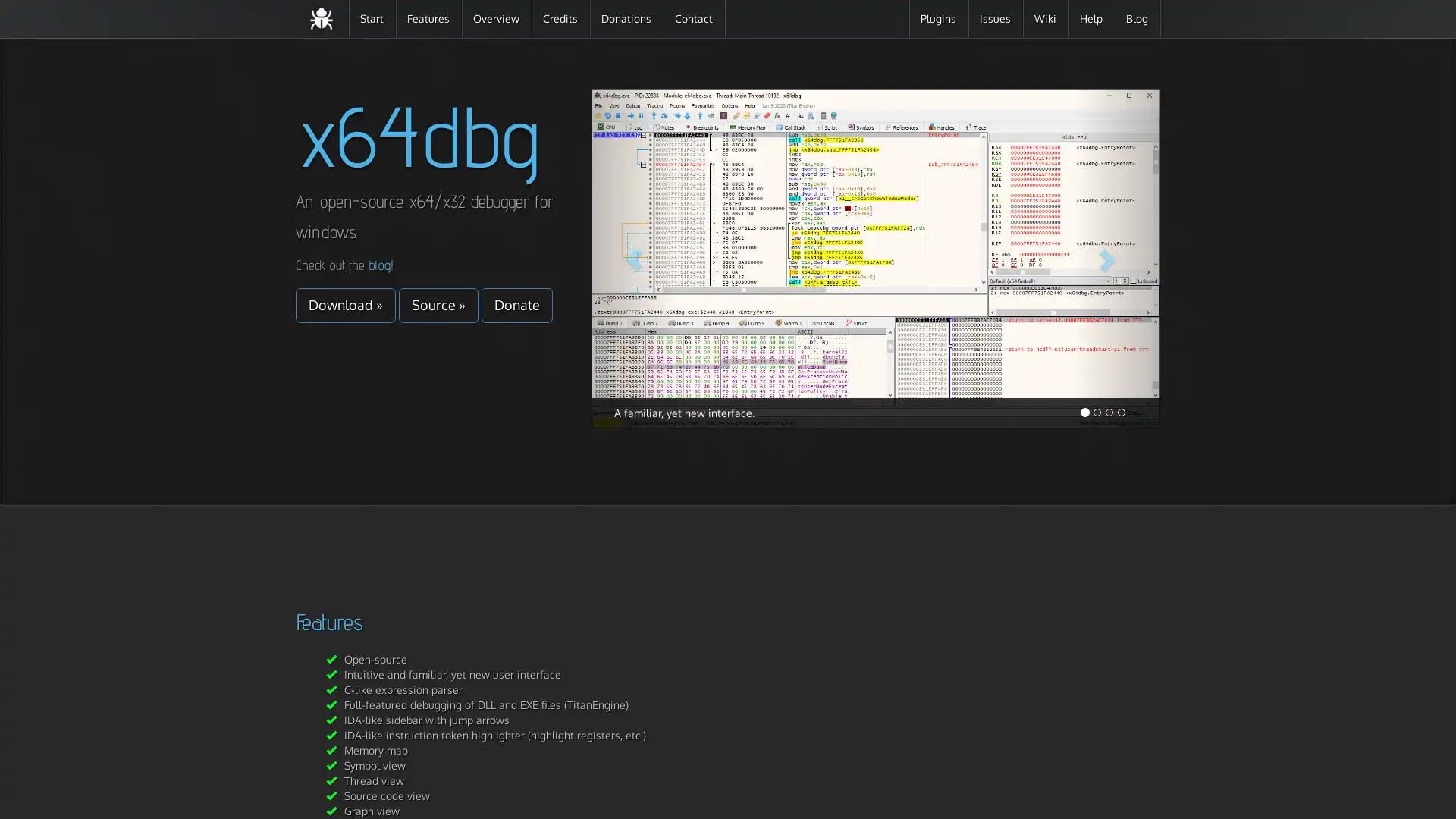  What do you see at coordinates (438, 305) in the screenshot?
I see `Source` at bounding box center [438, 305].